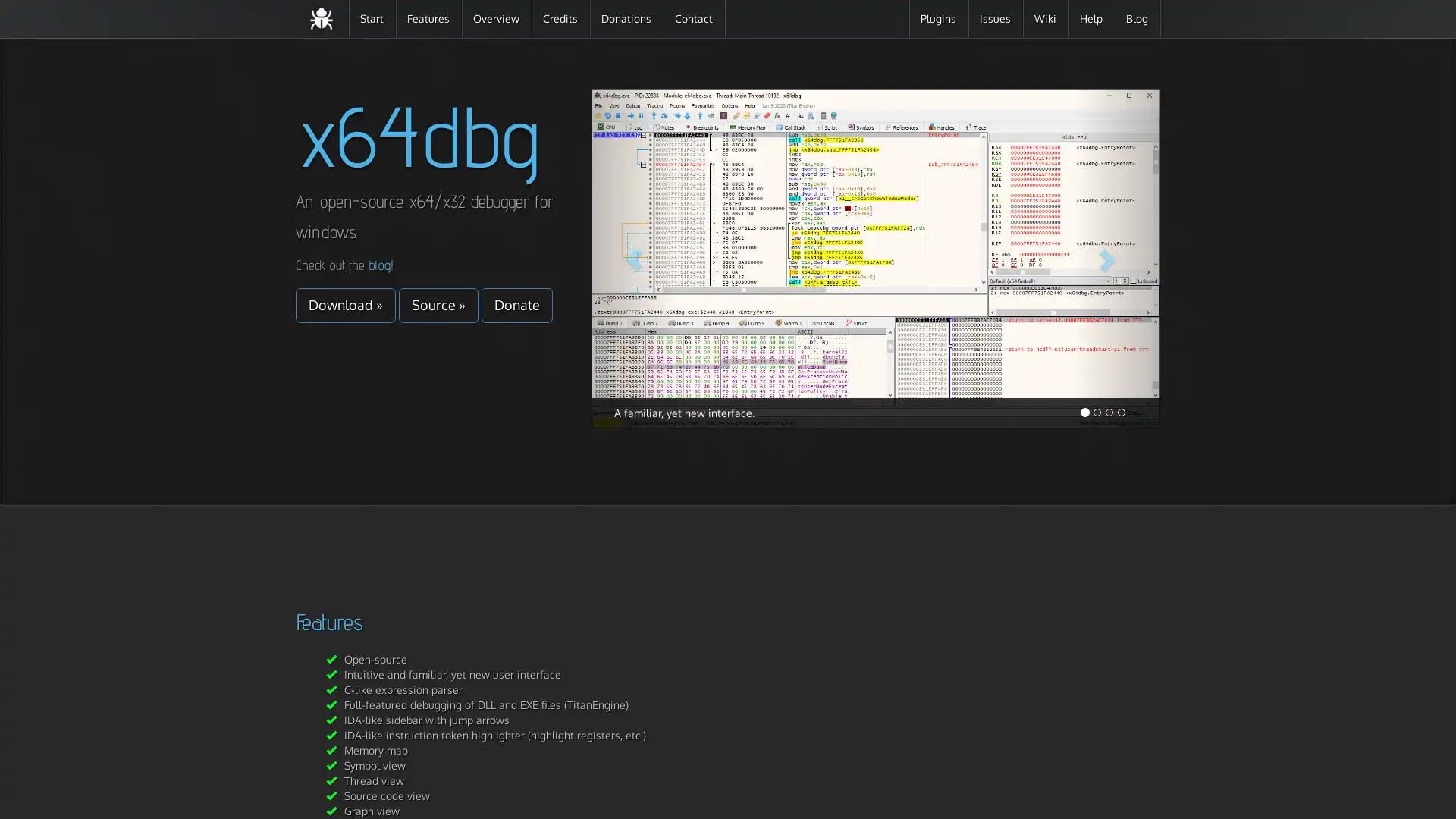  What do you see at coordinates (438, 305) in the screenshot?
I see `Source` at bounding box center [438, 305].